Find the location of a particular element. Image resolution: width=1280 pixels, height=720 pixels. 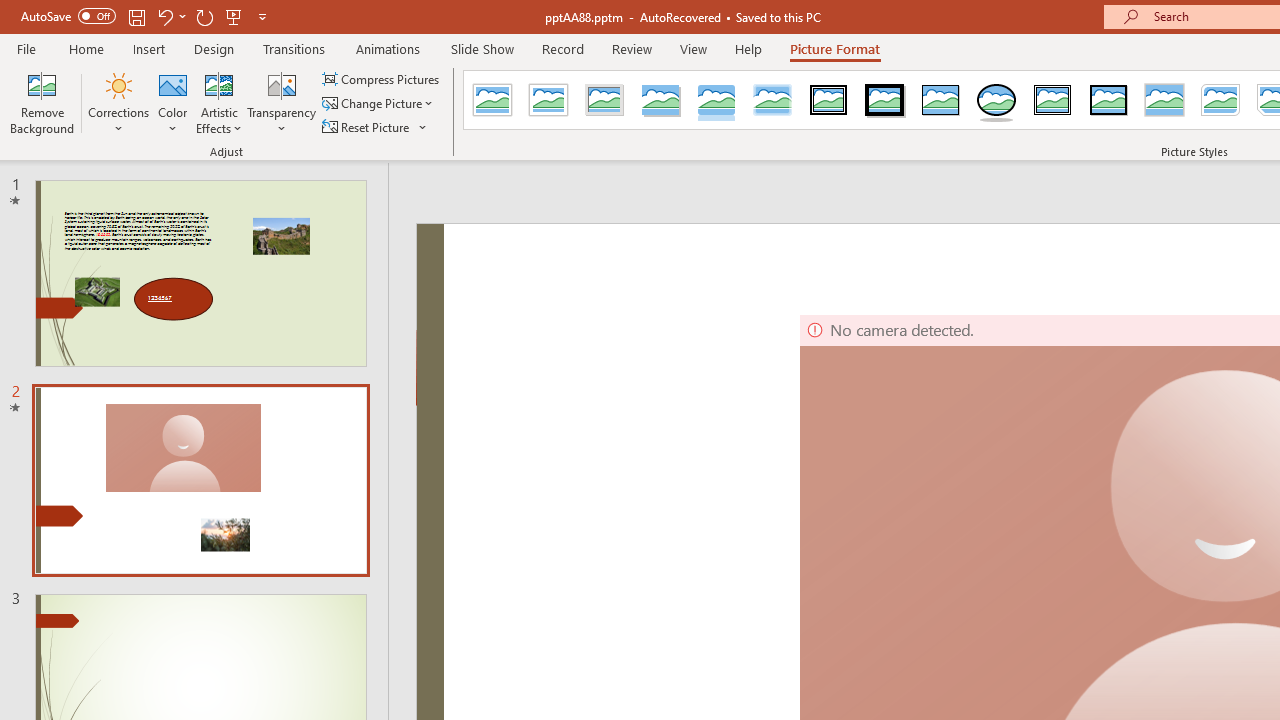

'Double Frame, Black' is located at coordinates (829, 100).